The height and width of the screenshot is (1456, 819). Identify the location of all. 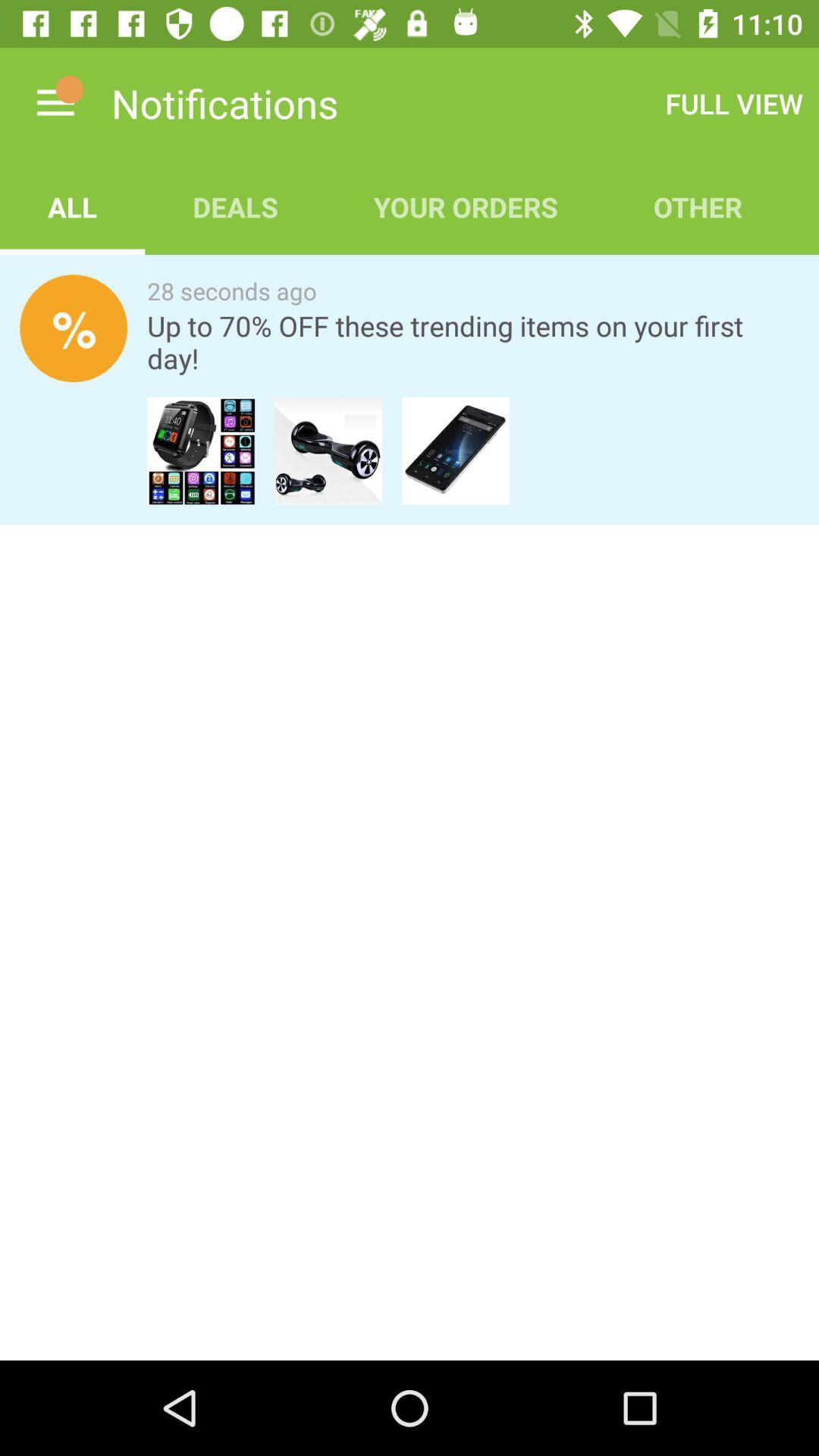
(72, 206).